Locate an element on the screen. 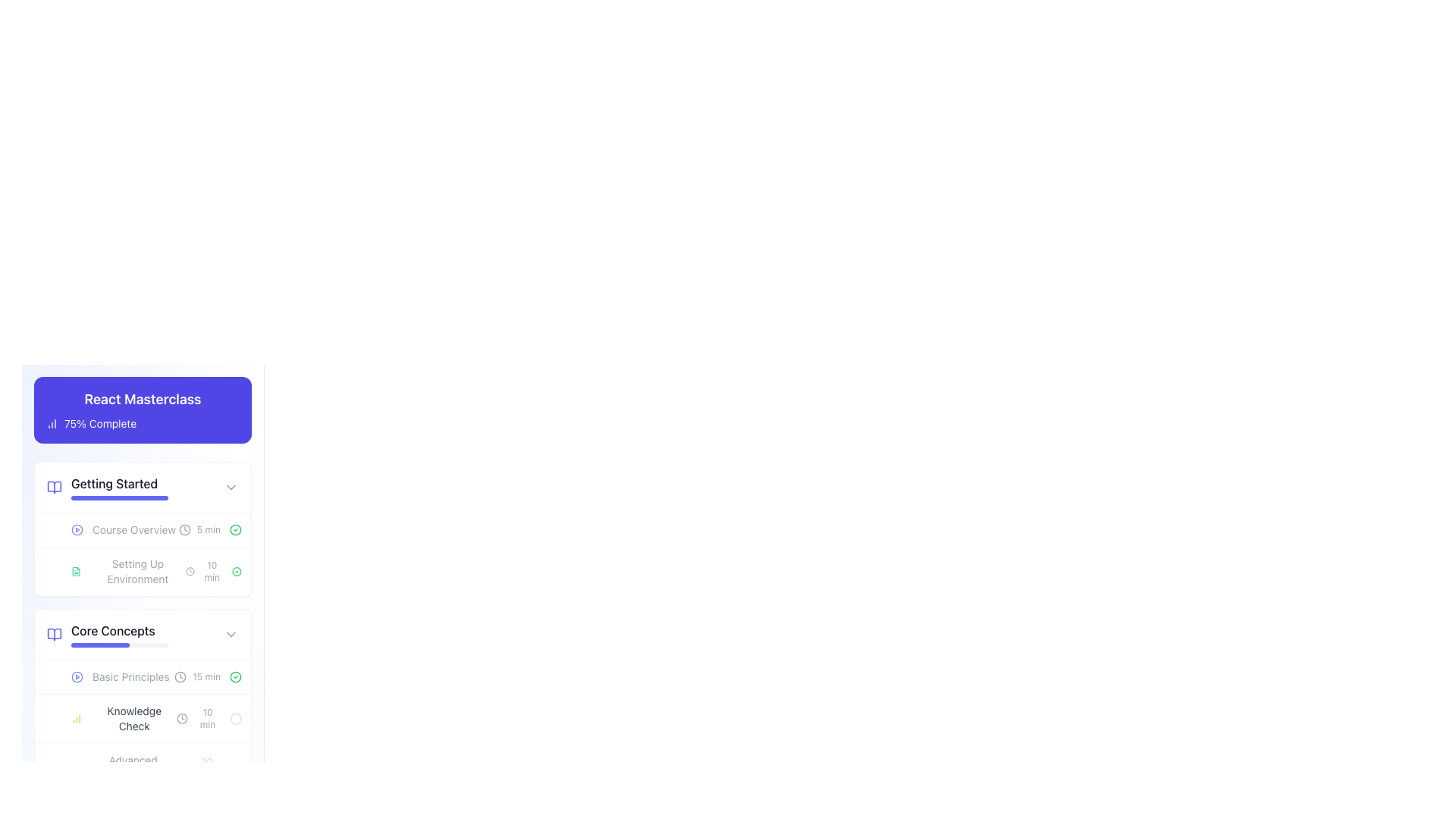  the Circular graphical icon within the 'Knowledge Check' section, which resembles a clock or timer, located to the right of its label is located at coordinates (182, 718).